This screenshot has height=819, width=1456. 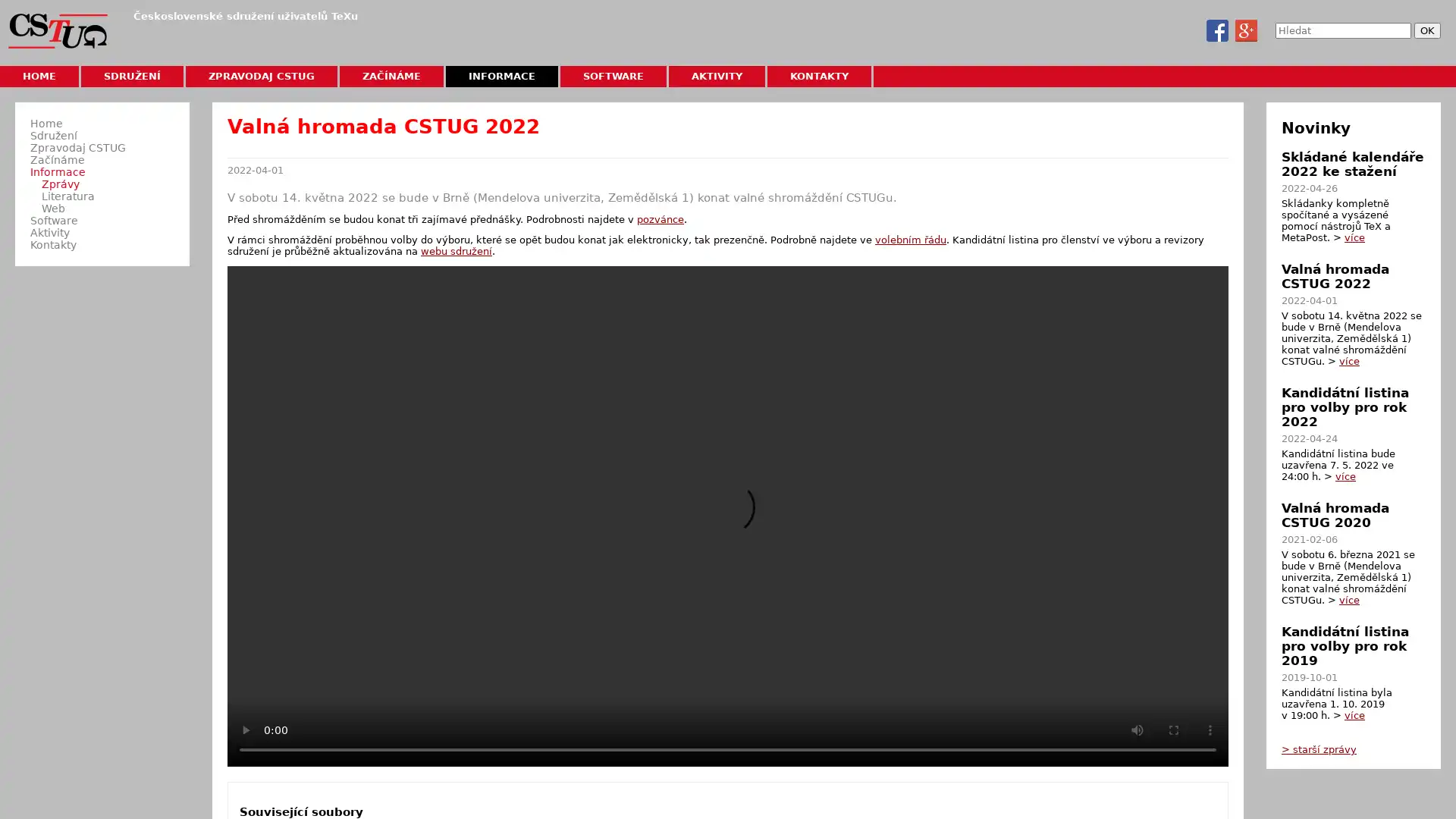 I want to click on OK, so click(x=1426, y=30).